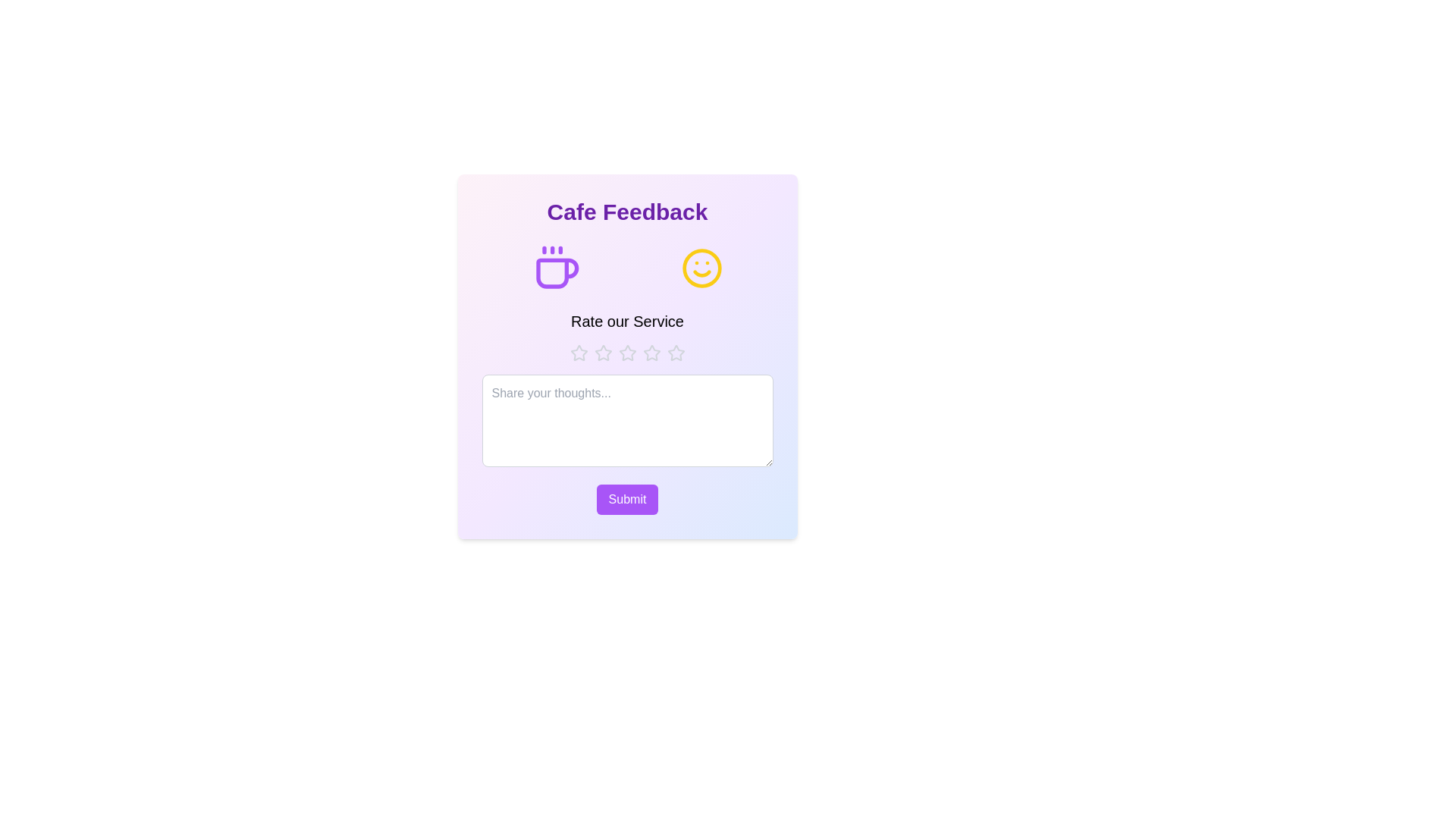 This screenshot has height=819, width=1456. I want to click on the textarea and input the text 'Great service!', so click(627, 421).